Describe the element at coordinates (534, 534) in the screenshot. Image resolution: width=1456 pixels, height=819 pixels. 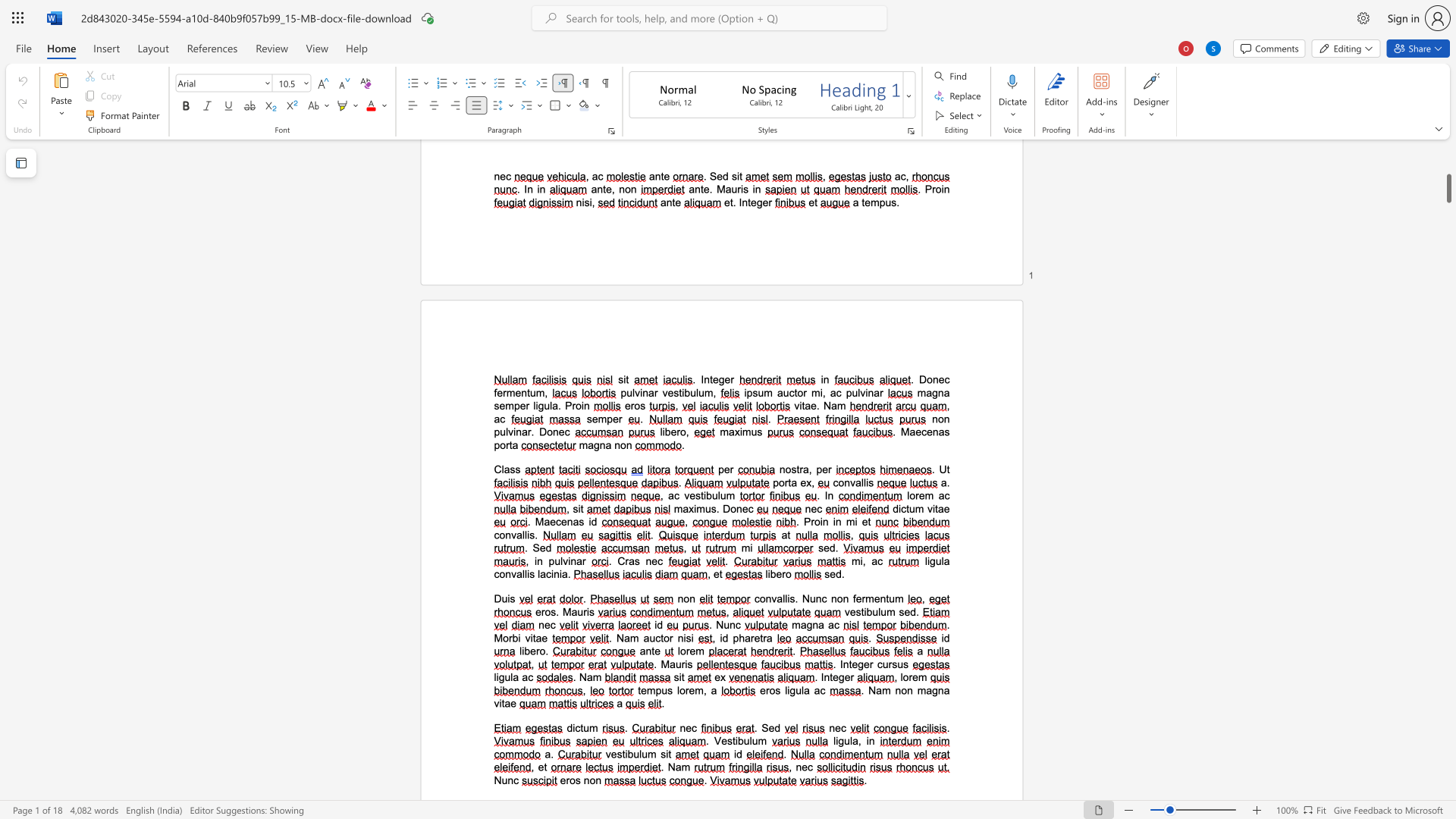
I see `the space between the continuous character "s" and "." in the text` at that location.